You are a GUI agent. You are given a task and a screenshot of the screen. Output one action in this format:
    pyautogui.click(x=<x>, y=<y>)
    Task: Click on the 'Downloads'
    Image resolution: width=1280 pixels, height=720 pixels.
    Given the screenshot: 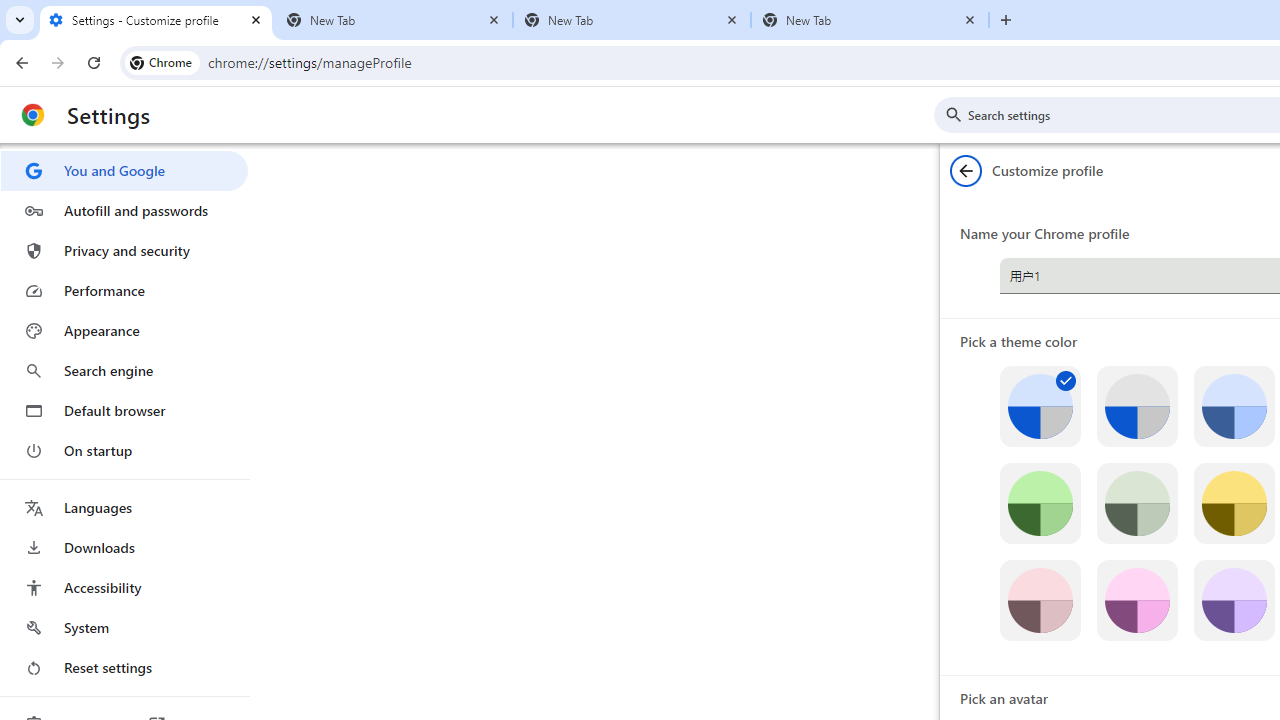 What is the action you would take?
    pyautogui.click(x=123, y=547)
    